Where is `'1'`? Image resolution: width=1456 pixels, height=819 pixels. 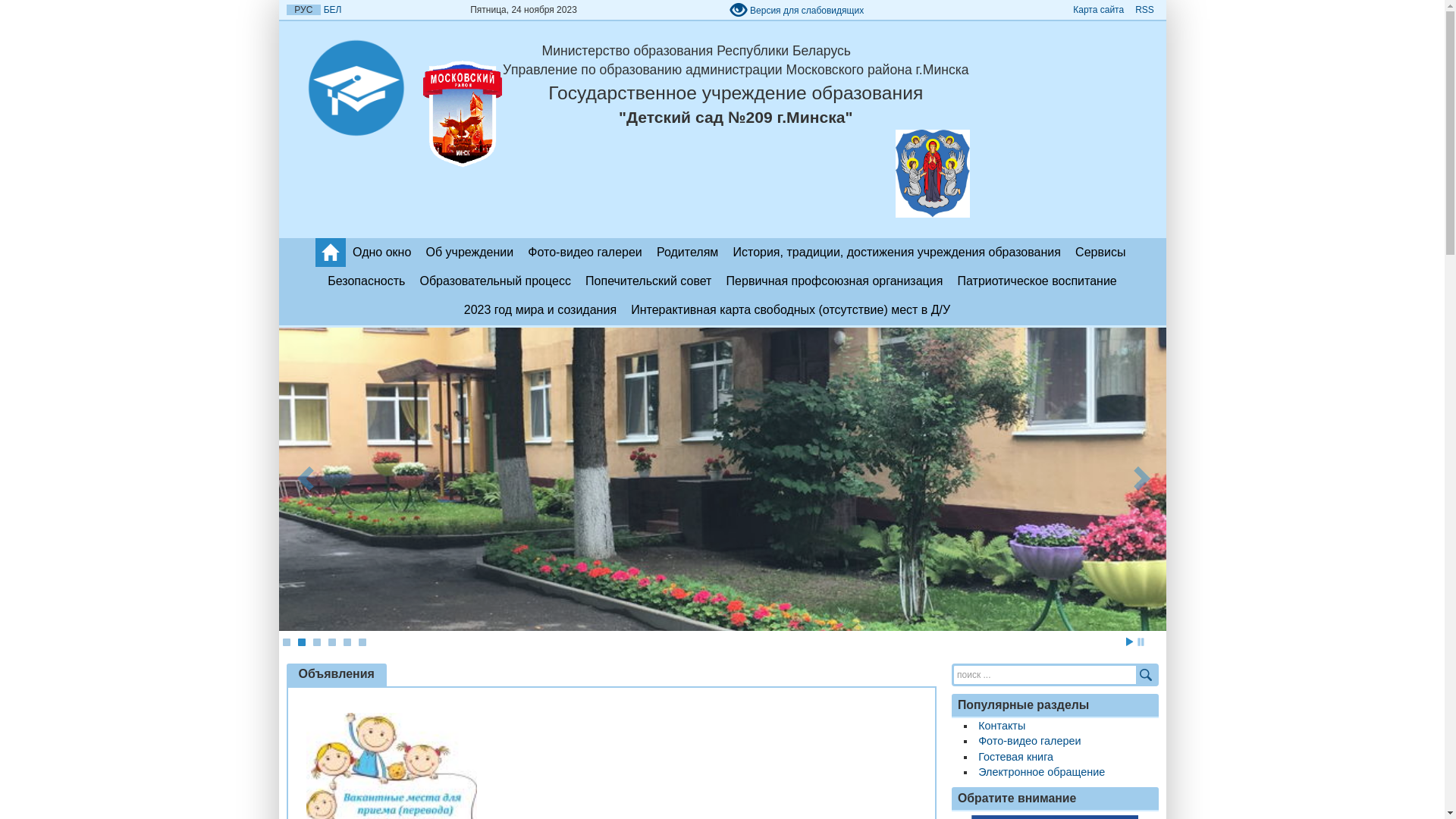
'1' is located at coordinates (286, 642).